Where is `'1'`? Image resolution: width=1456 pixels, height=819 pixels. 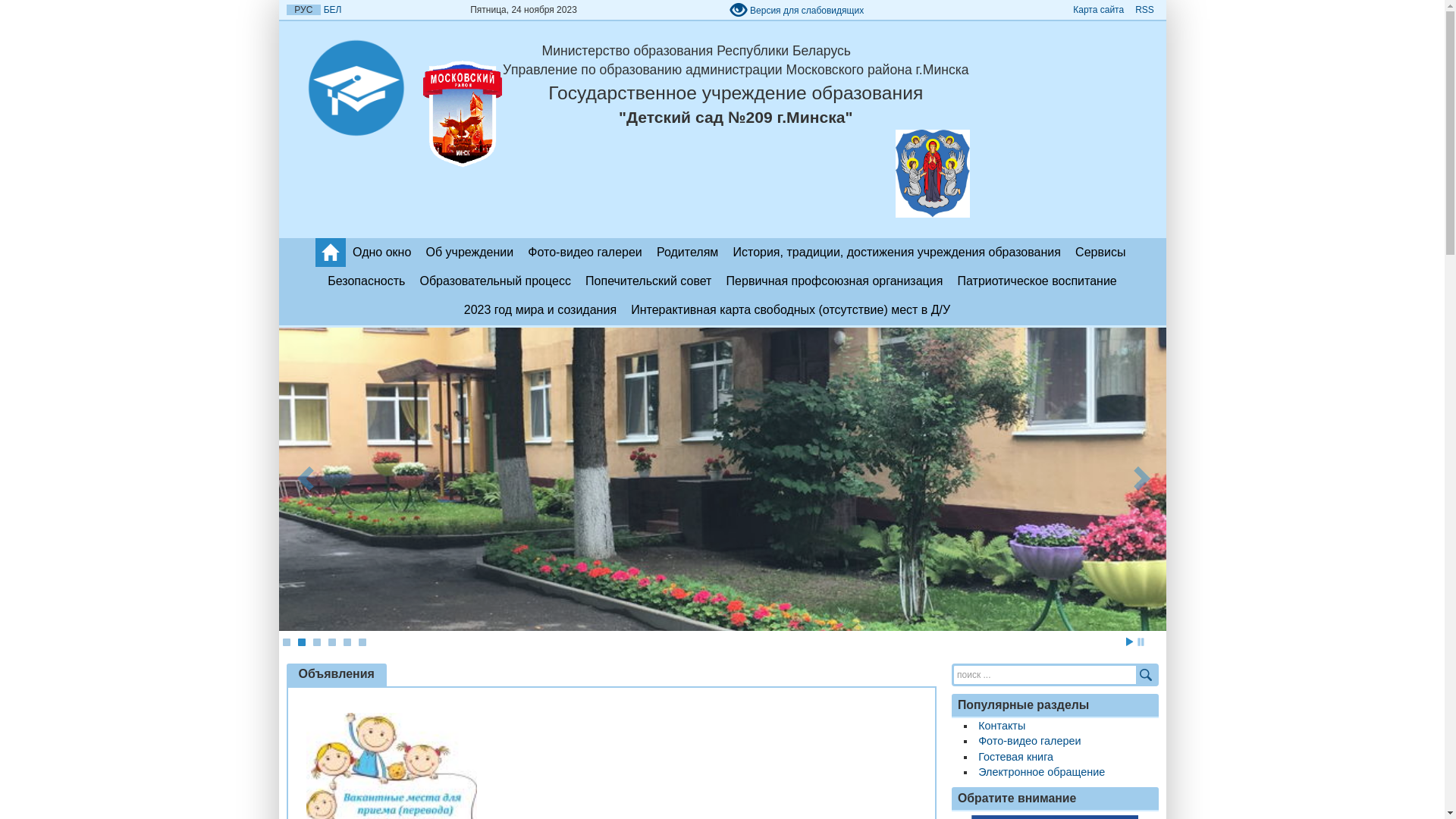
'1' is located at coordinates (286, 642).